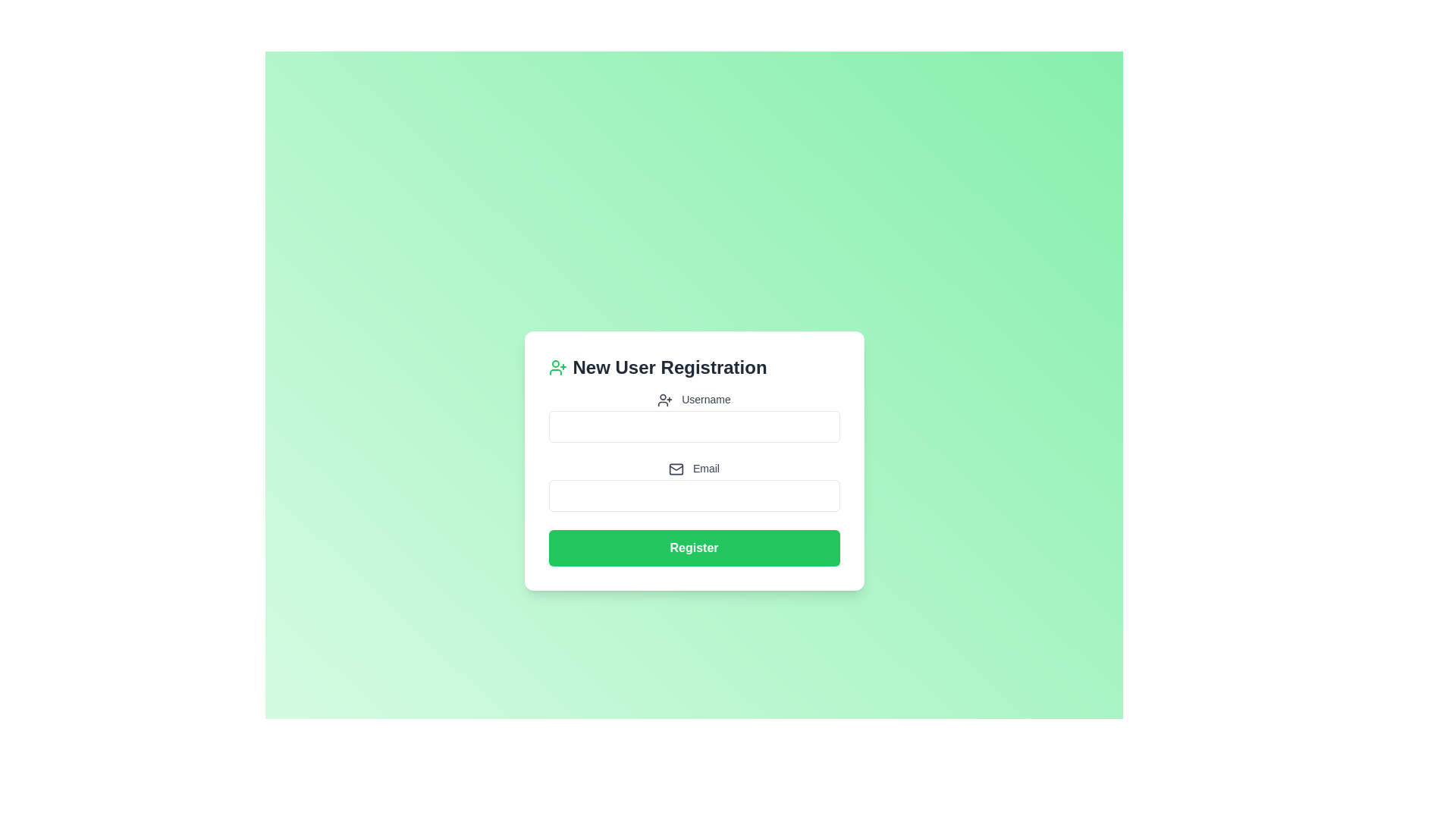 The height and width of the screenshot is (819, 1456). What do you see at coordinates (693, 496) in the screenshot?
I see `the email input field in the registration form by using the tab key to highlight it, which is located below the 'Username' field and above the 'Register' button` at bounding box center [693, 496].